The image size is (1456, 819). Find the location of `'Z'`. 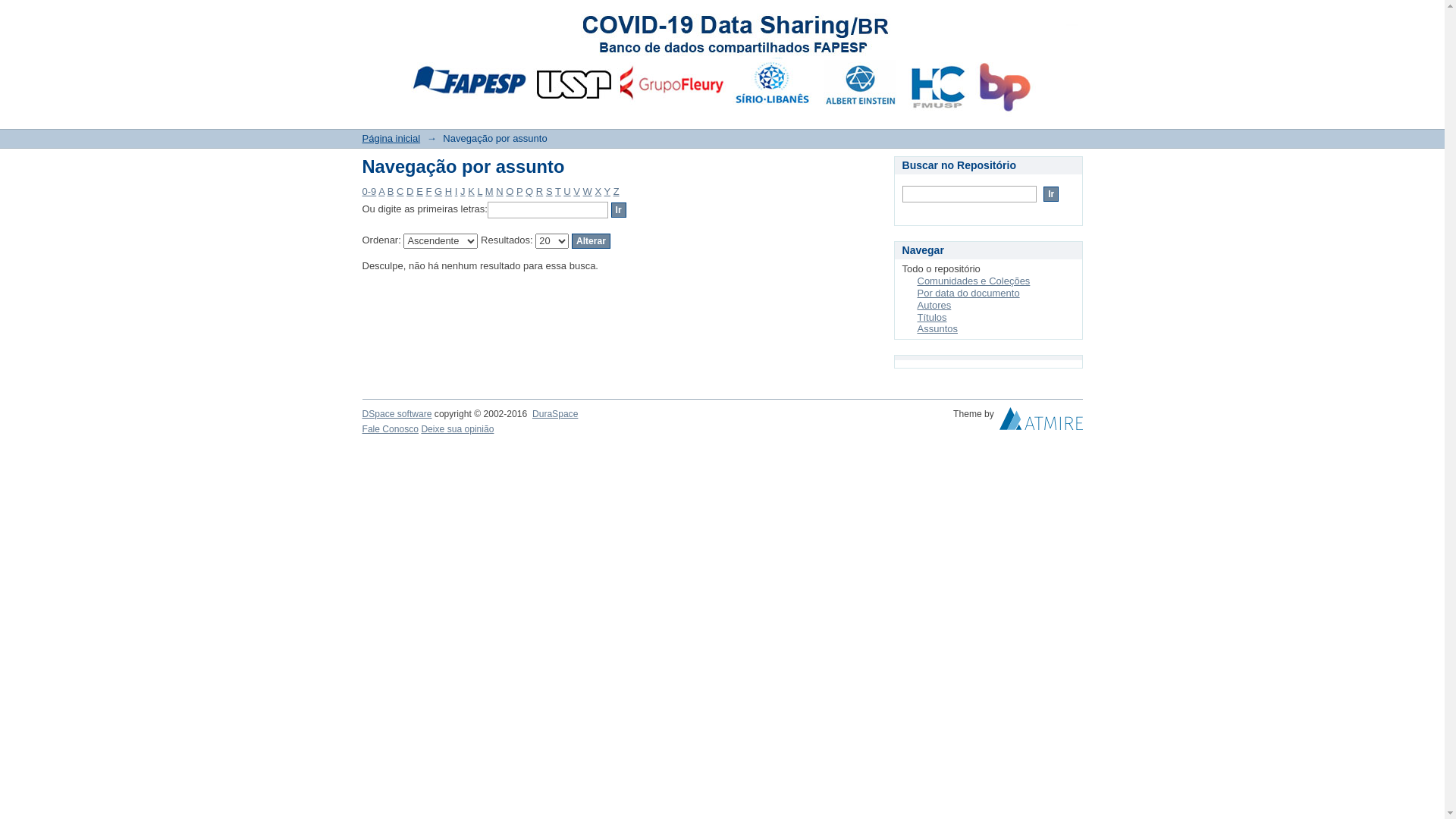

'Z' is located at coordinates (616, 190).